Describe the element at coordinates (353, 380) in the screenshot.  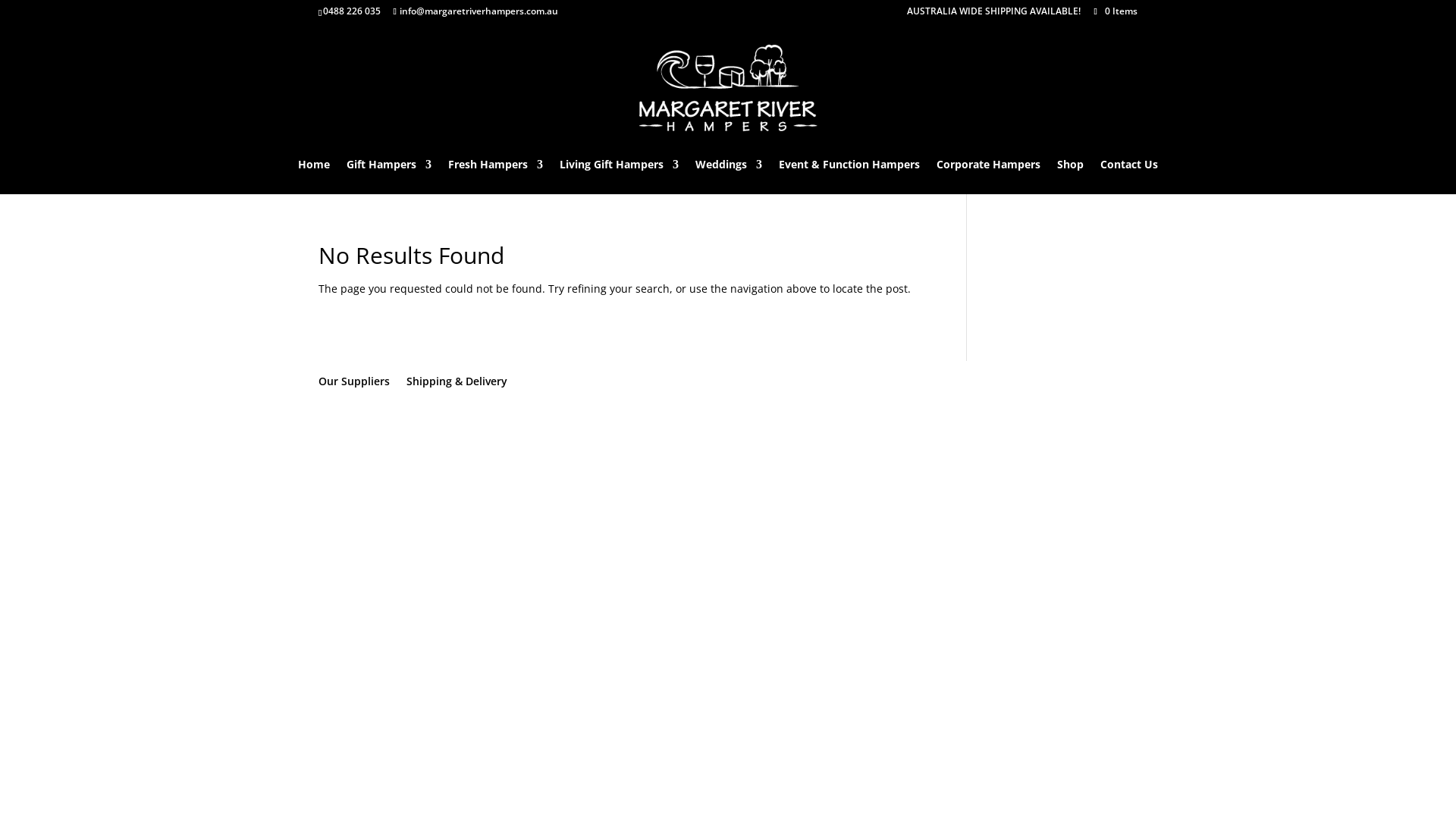
I see `'Our Suppliers'` at that location.